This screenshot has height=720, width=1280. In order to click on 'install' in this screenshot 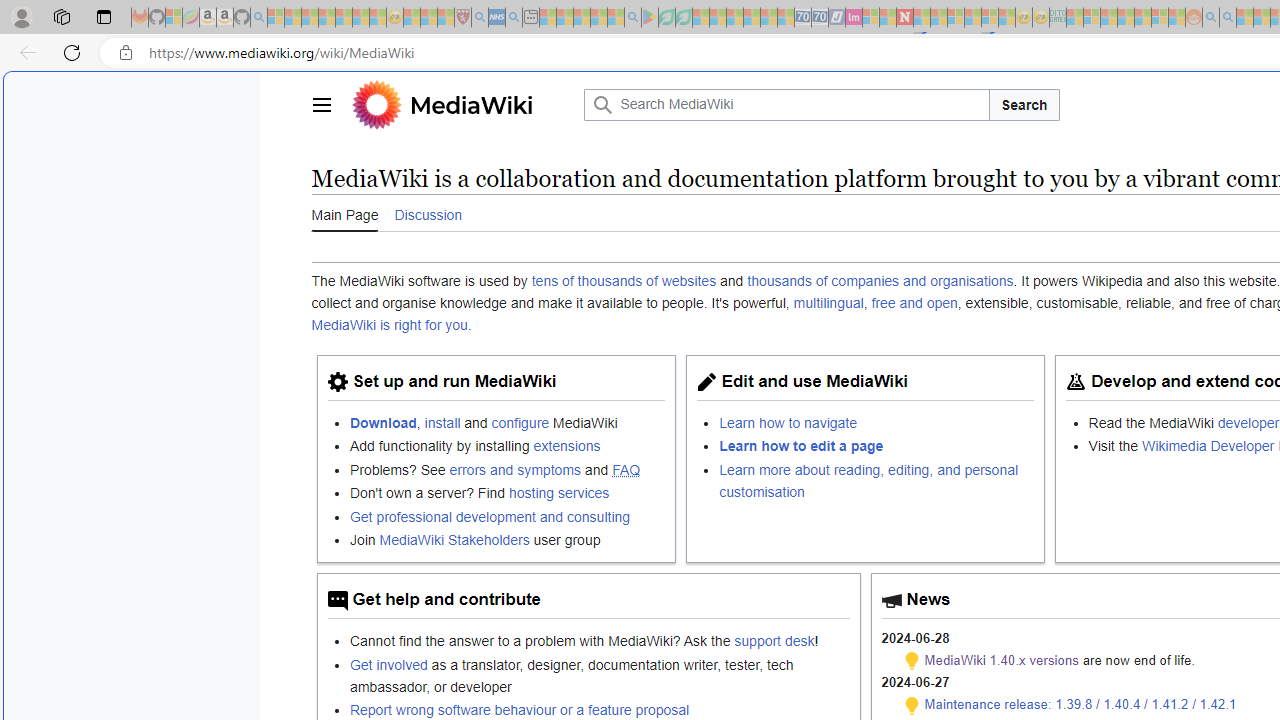, I will do `click(441, 421)`.